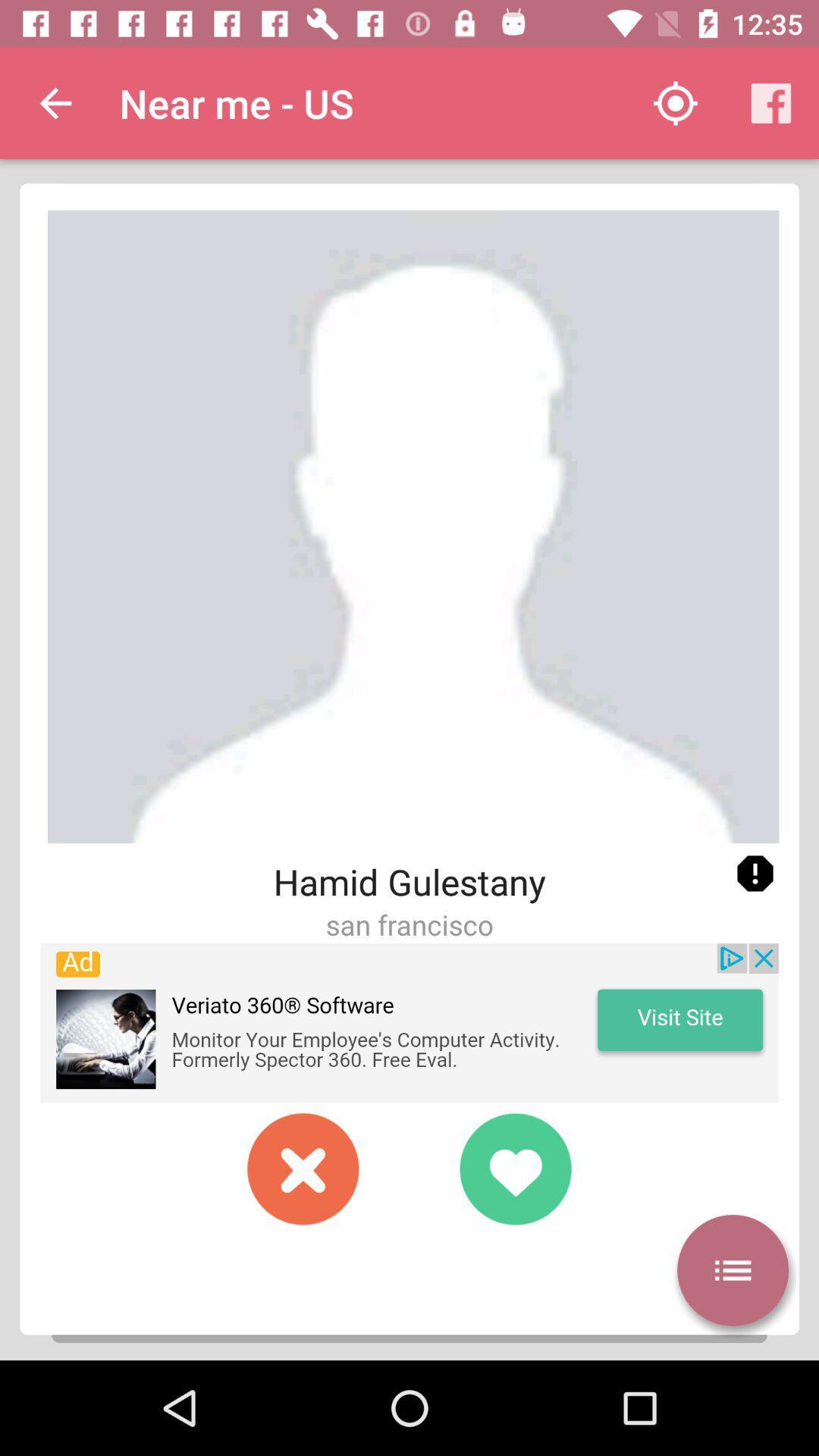  Describe the element at coordinates (303, 1168) in the screenshot. I see `pass` at that location.